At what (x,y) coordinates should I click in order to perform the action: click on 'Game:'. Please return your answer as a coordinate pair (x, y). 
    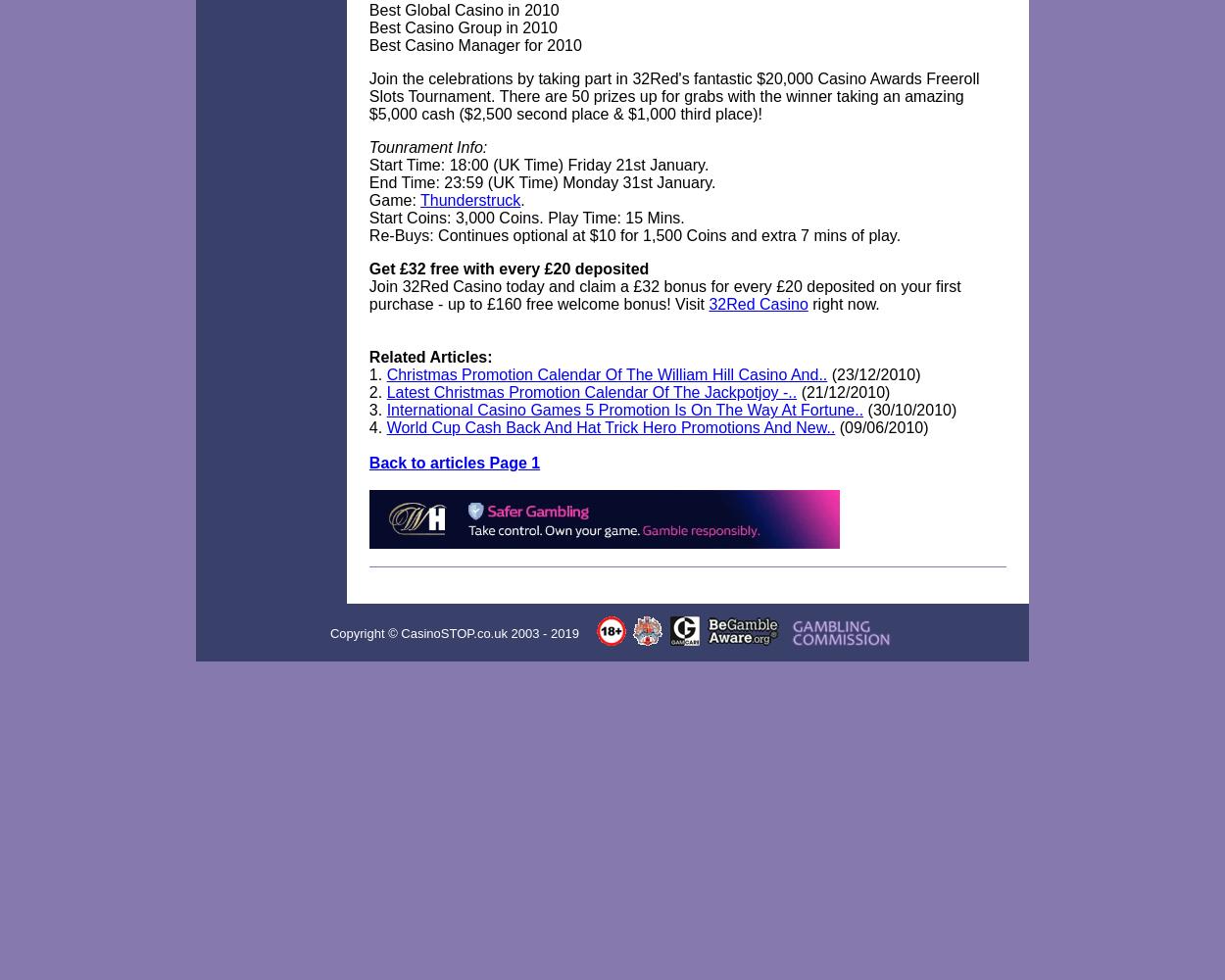
    Looking at the image, I should click on (368, 199).